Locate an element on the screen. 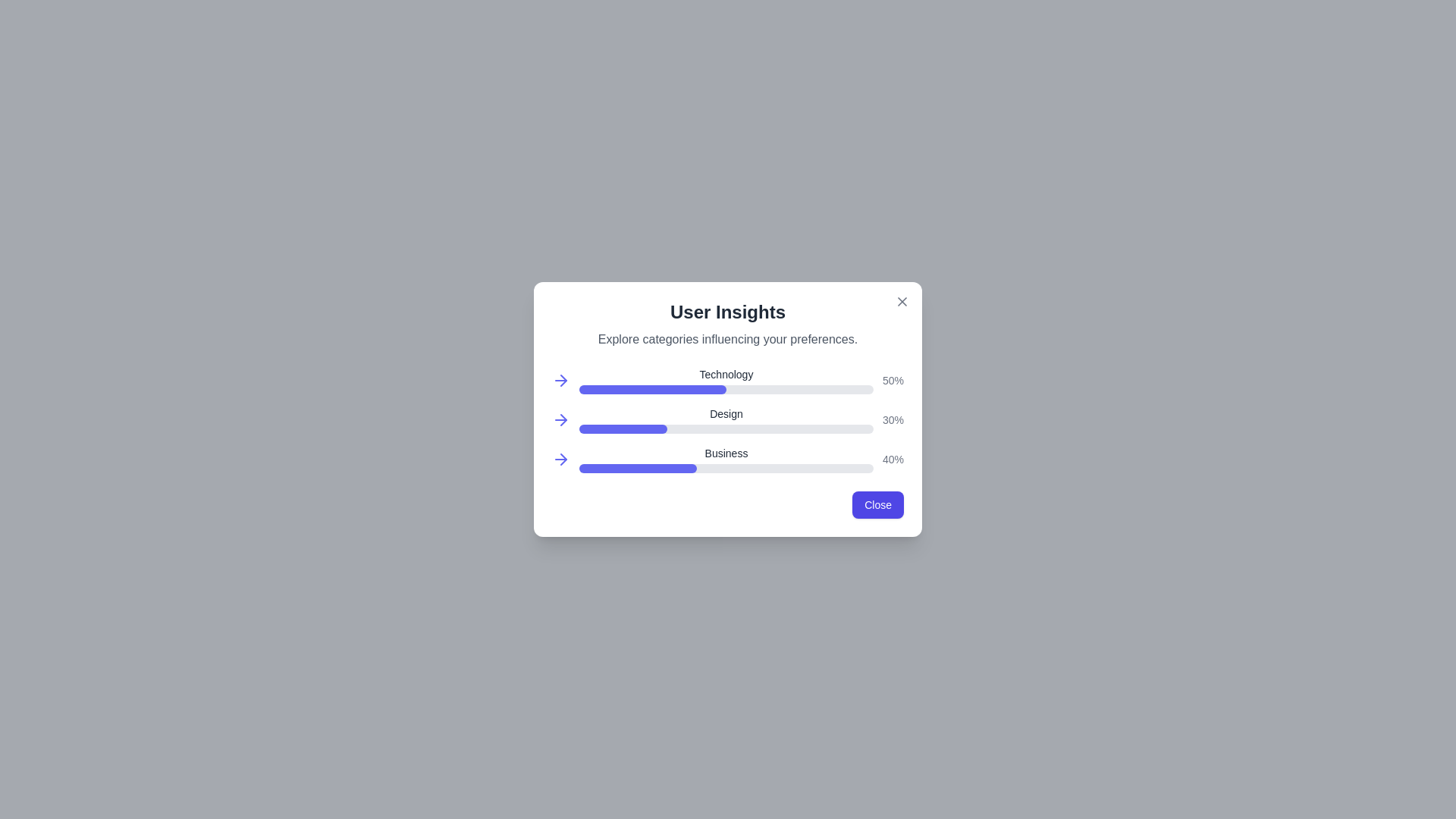 This screenshot has width=1456, height=819. the close button (X) located at the top-right corner of the dialog is located at coordinates (902, 301).